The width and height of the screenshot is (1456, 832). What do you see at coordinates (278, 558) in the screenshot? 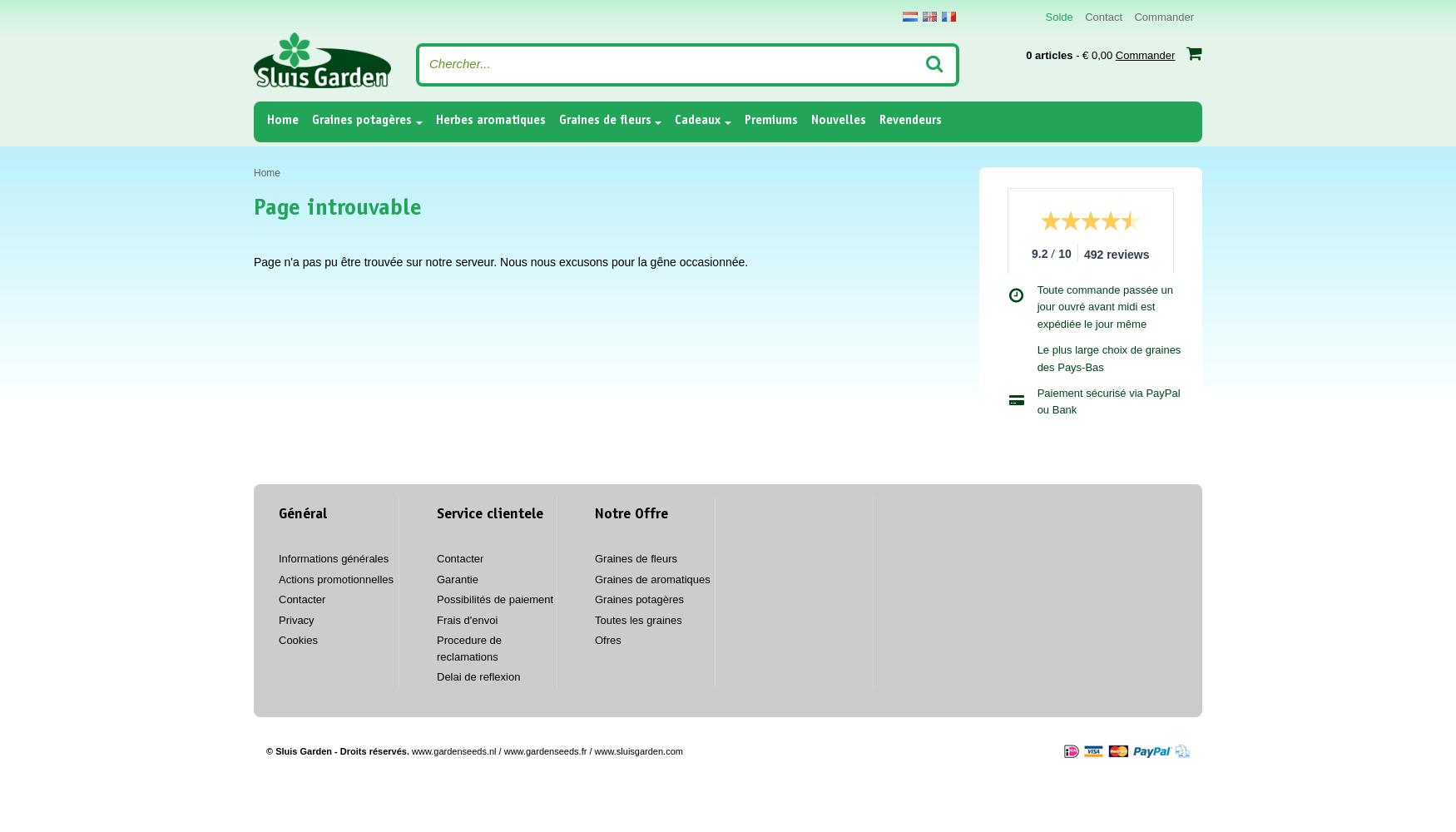
I see `'Informations générales'` at bounding box center [278, 558].